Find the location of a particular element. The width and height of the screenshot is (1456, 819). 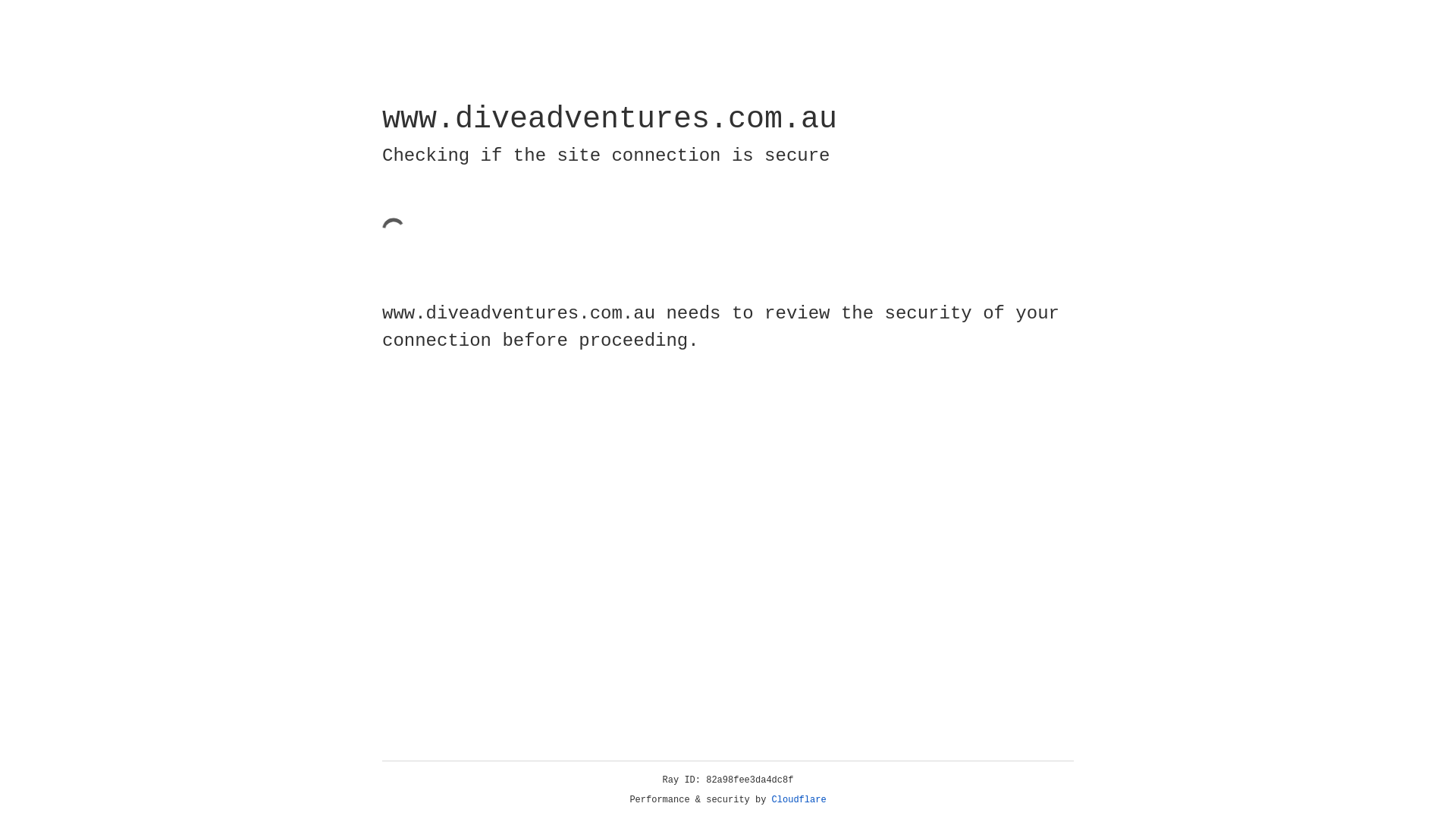

'Cloudflare' is located at coordinates (771, 799).